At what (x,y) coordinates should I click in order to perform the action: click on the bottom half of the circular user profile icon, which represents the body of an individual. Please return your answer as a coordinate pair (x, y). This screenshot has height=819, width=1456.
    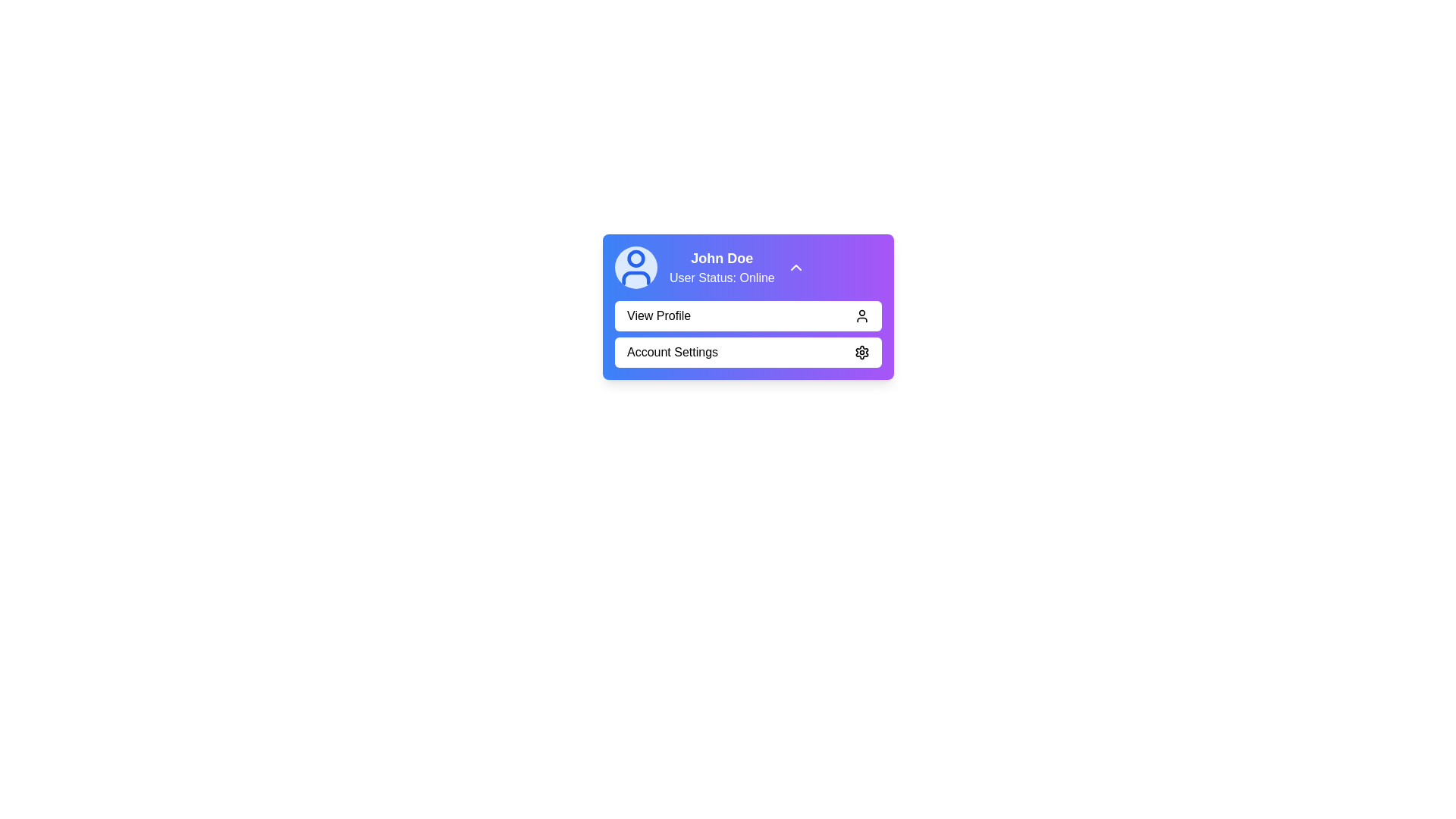
    Looking at the image, I should click on (636, 278).